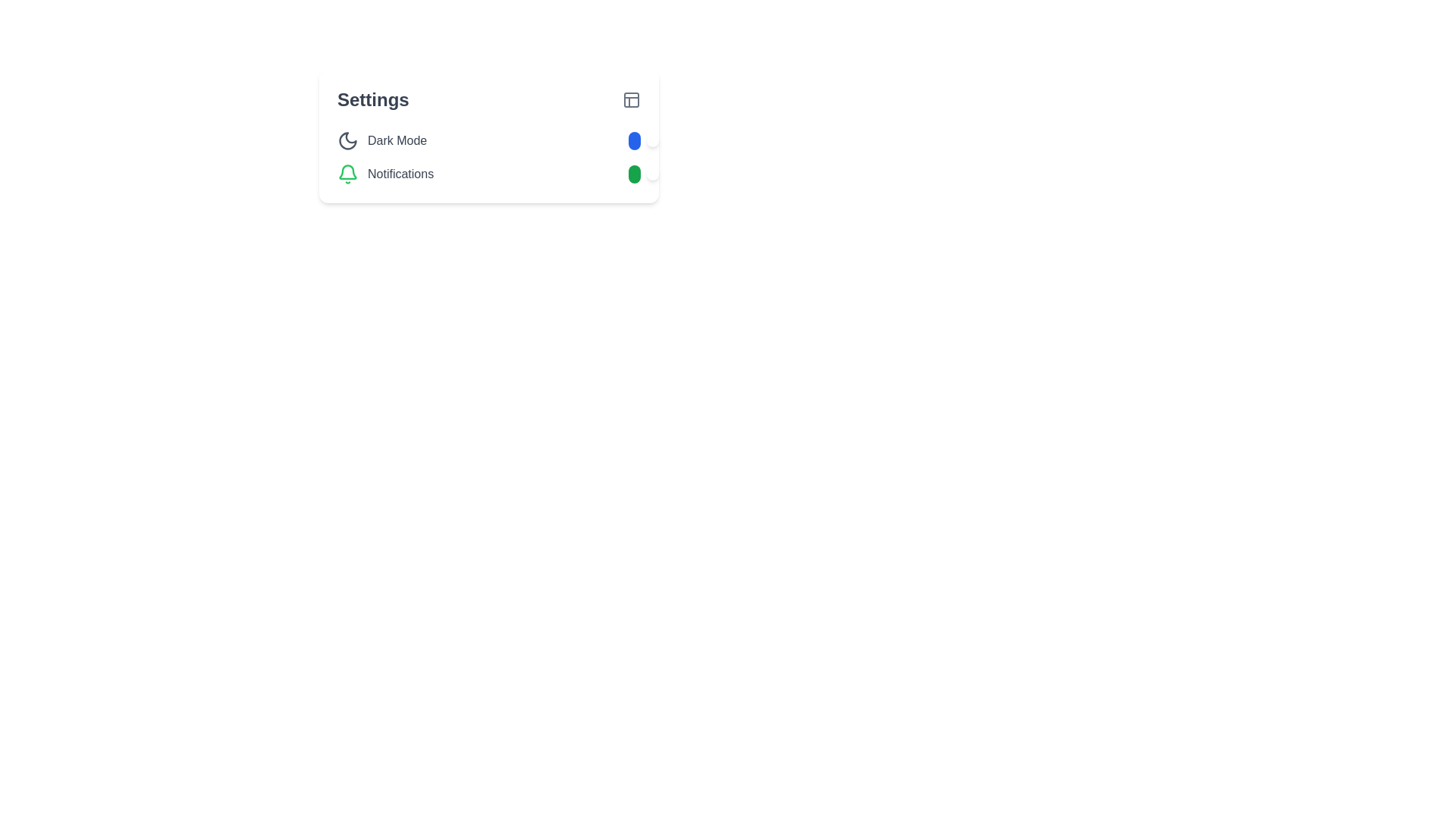  What do you see at coordinates (634, 140) in the screenshot?
I see `the blue toggle switch with a white circular handle indicating the 'on' state, located at the far-right end of the 'Dark Mode' group` at bounding box center [634, 140].